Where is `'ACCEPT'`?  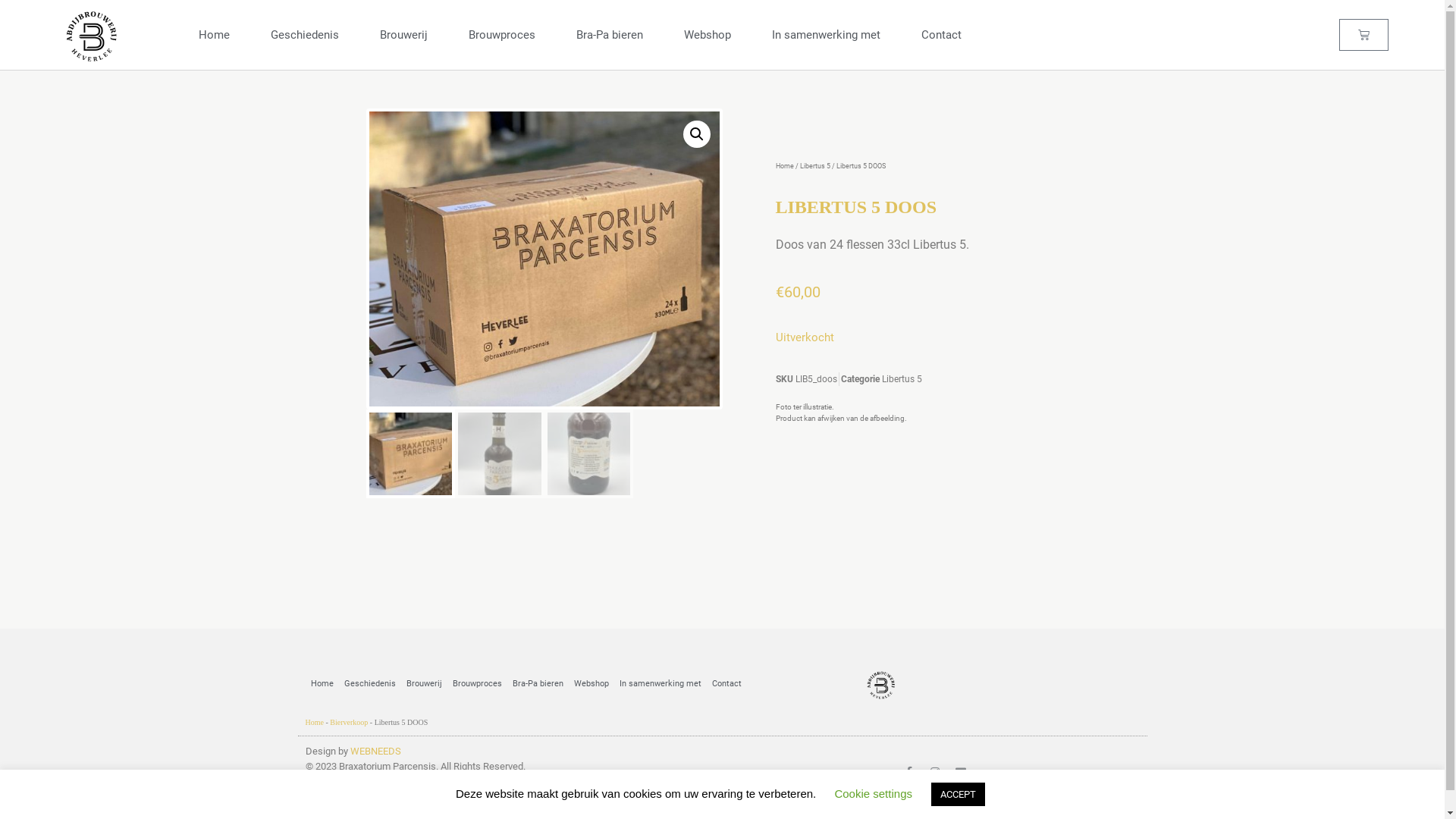 'ACCEPT' is located at coordinates (957, 793).